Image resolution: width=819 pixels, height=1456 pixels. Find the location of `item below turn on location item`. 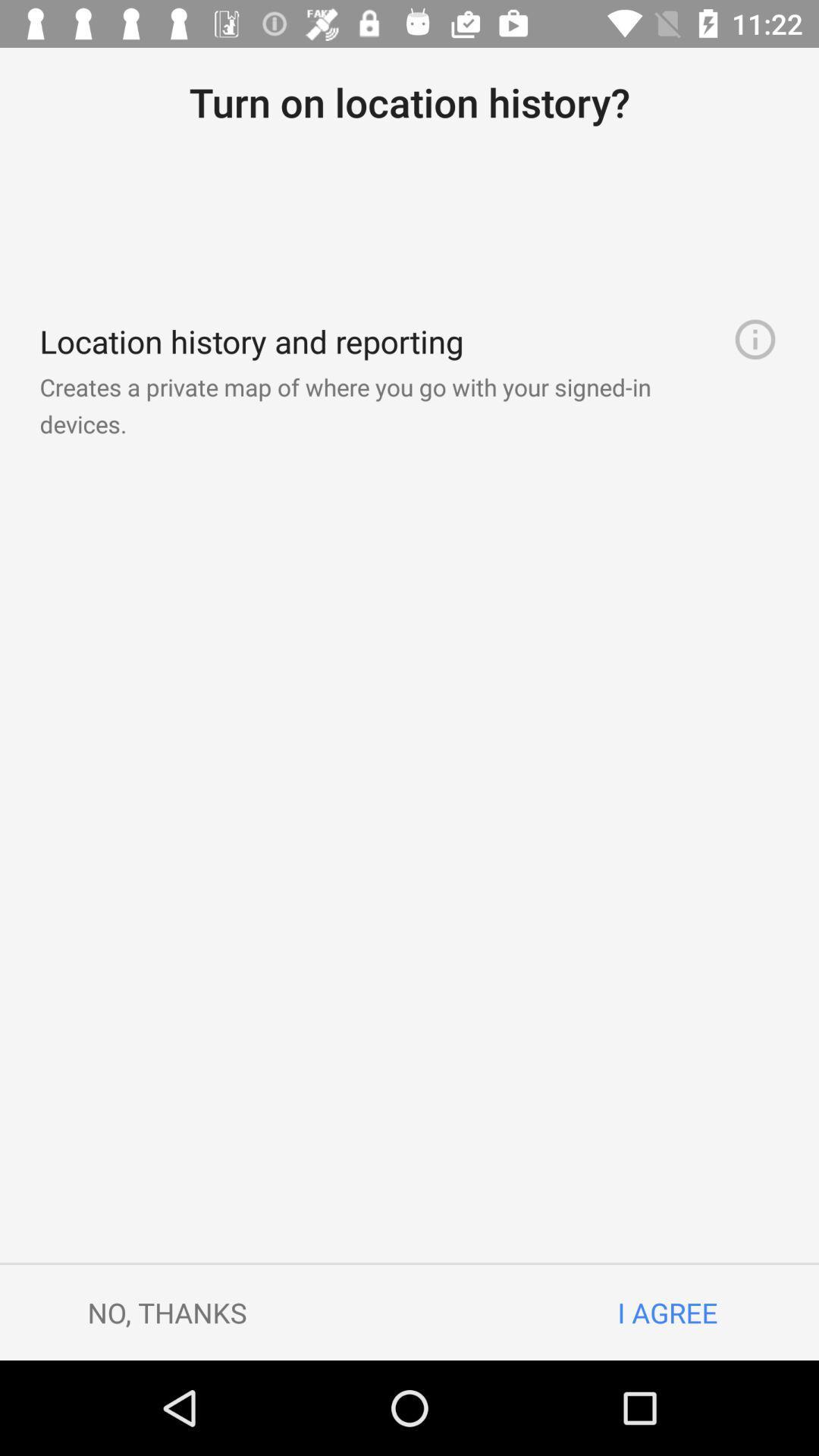

item below turn on location item is located at coordinates (755, 338).